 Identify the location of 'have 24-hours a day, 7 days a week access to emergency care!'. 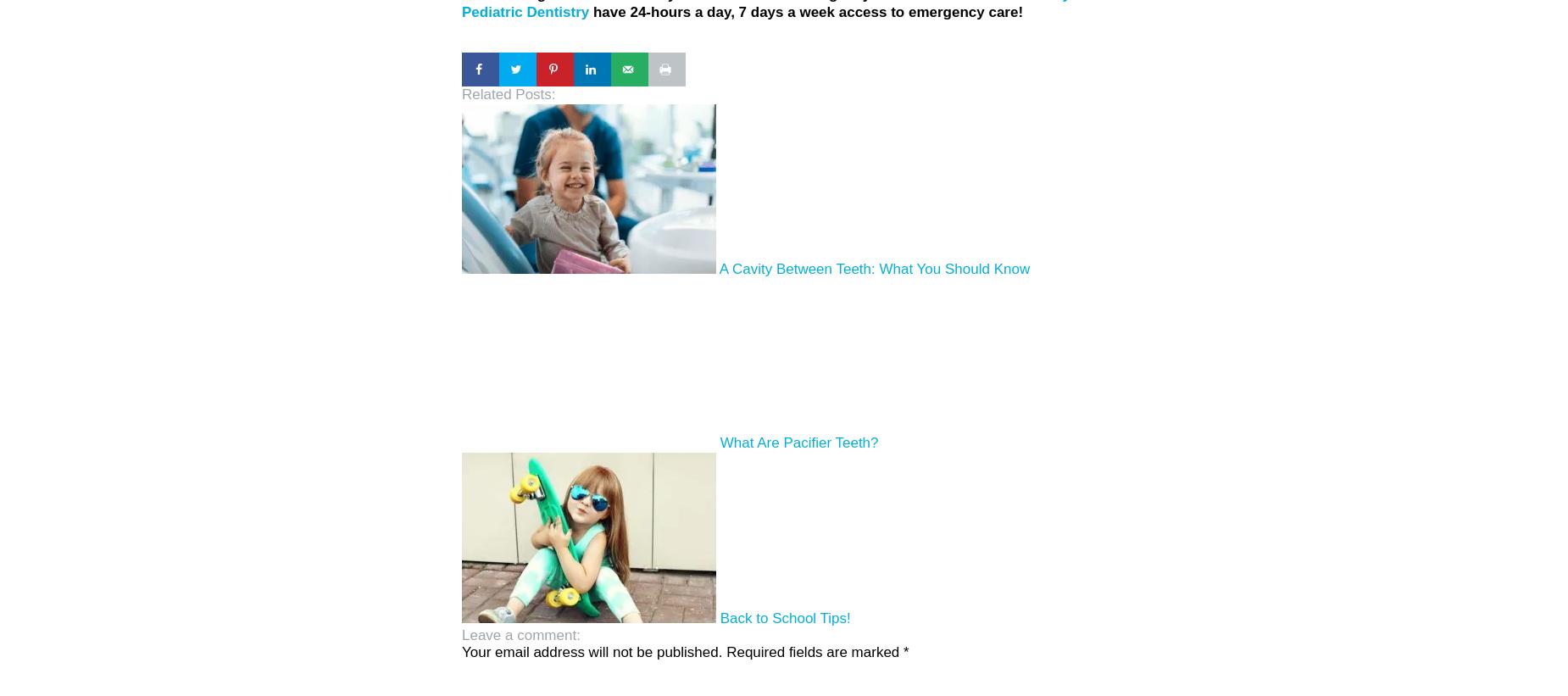
(589, 10).